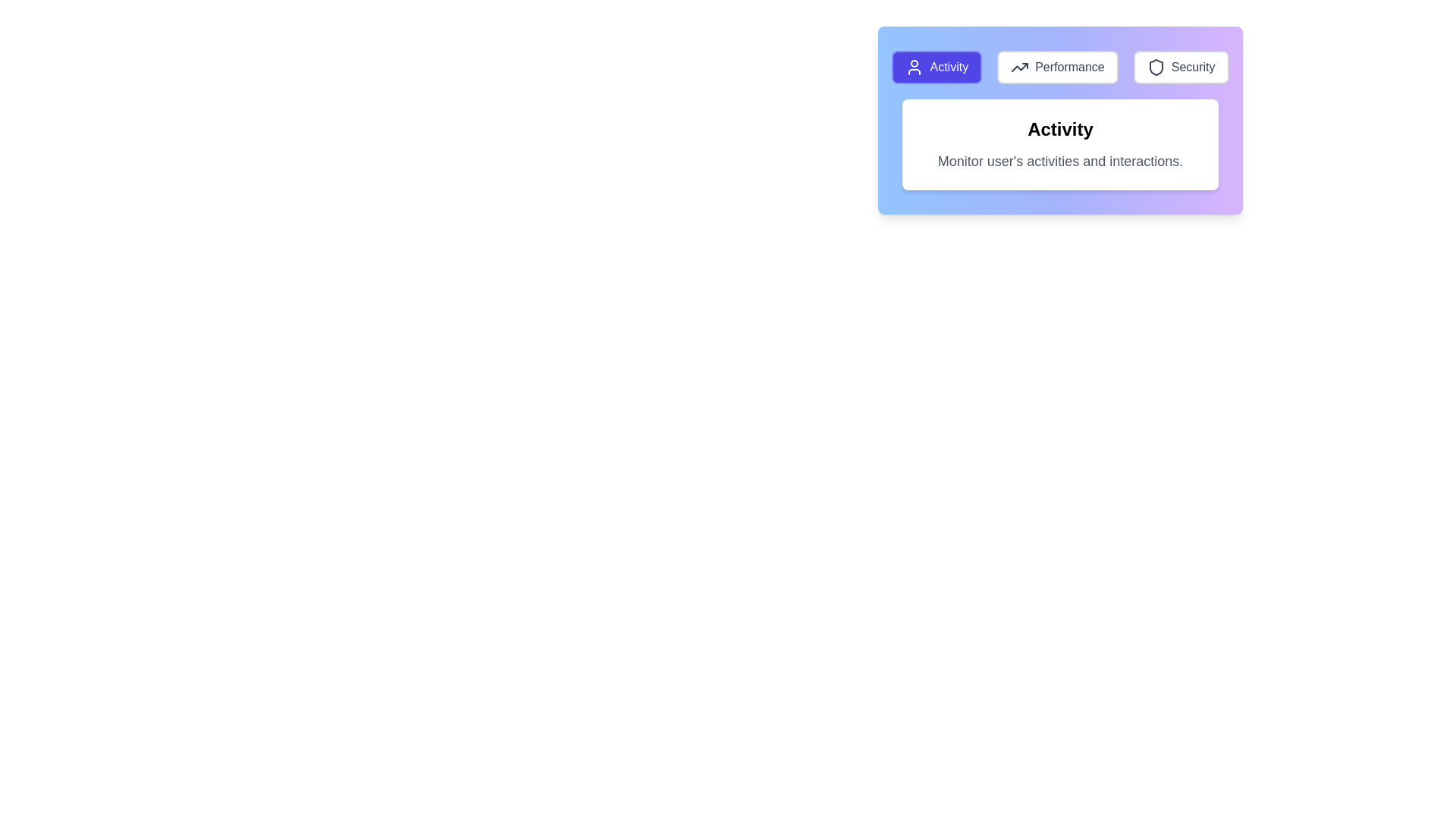  I want to click on the shield icon located within the 'Security' button in the top-right section of the interactive header panel, so click(1155, 66).